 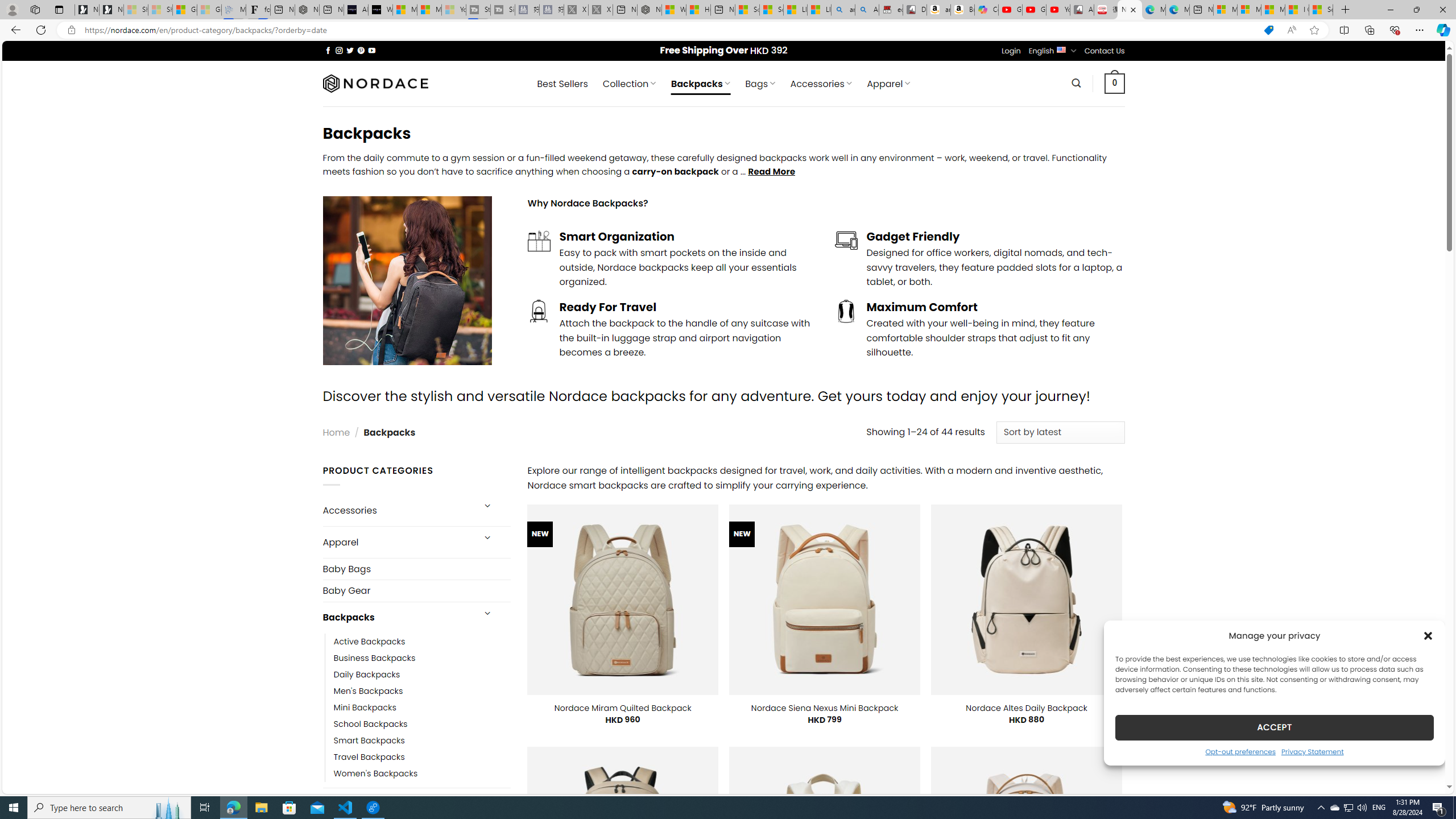 What do you see at coordinates (421, 690) in the screenshot?
I see `'Men'` at bounding box center [421, 690].